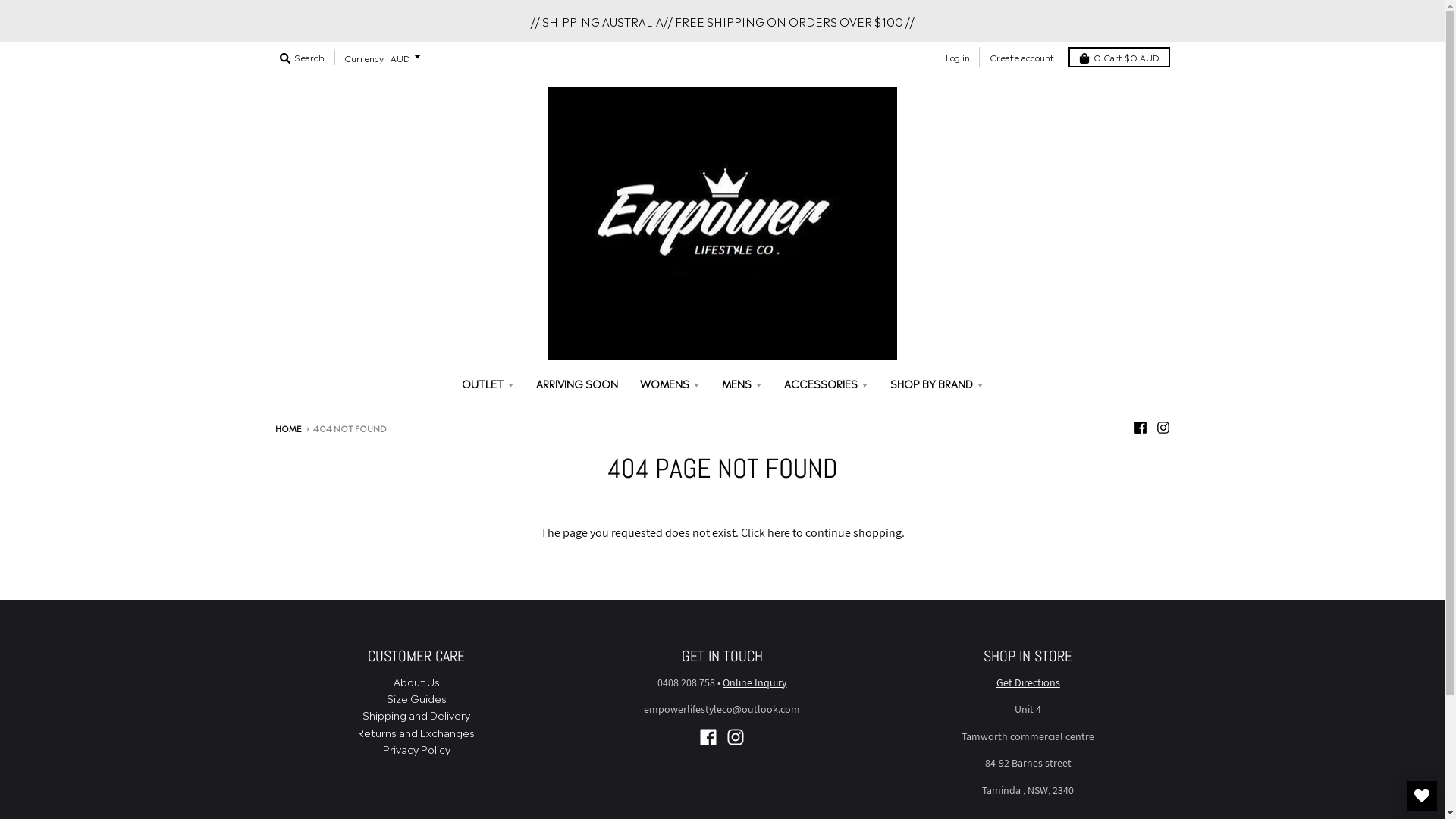 This screenshot has height=819, width=1456. What do you see at coordinates (382, 748) in the screenshot?
I see `'Privacy Policy'` at bounding box center [382, 748].